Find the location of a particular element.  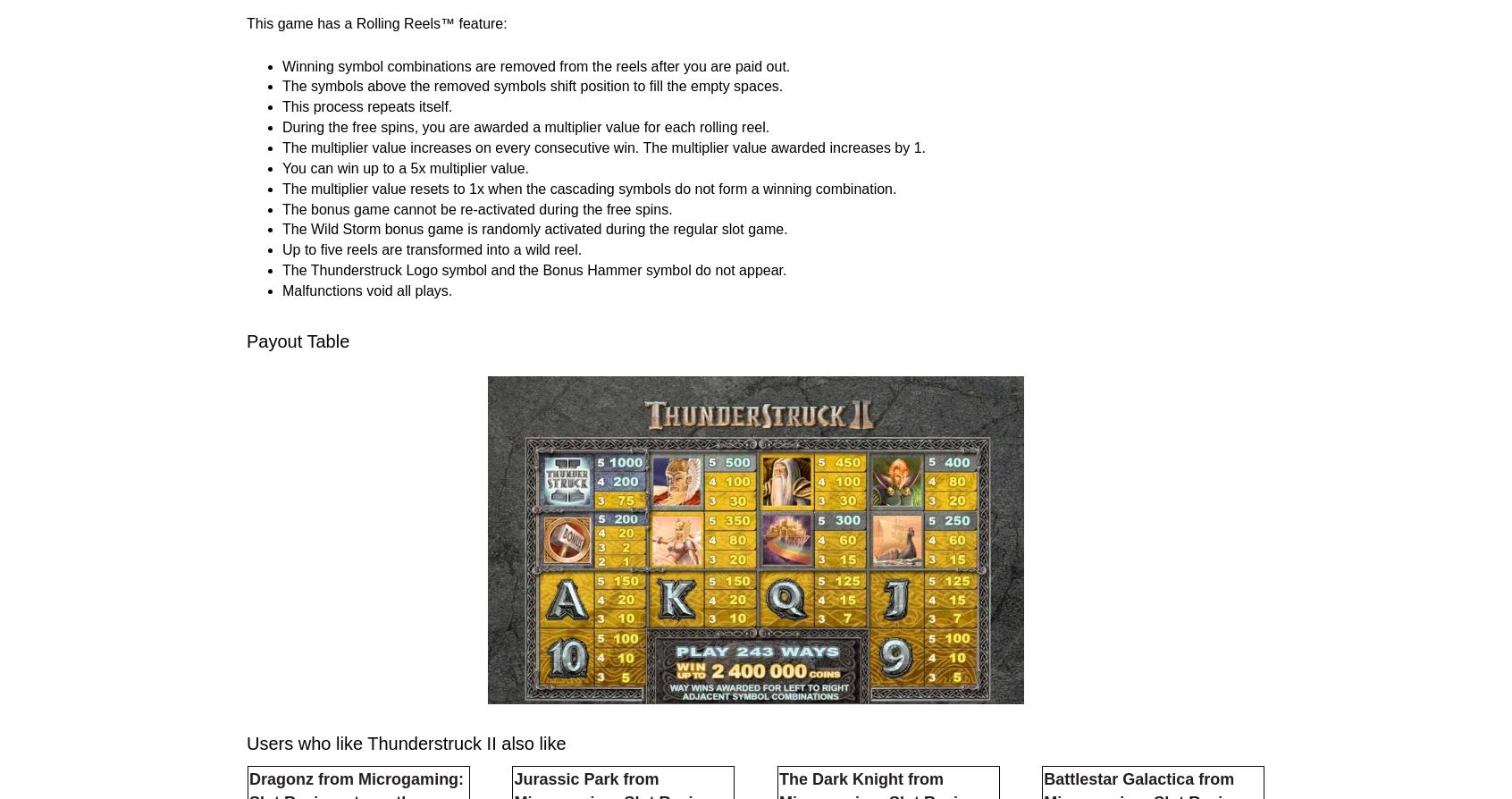

'This game is unlocked when you have activated the Great Hall of Spins bonus game fifteen times.' is located at coordinates (592, 191).